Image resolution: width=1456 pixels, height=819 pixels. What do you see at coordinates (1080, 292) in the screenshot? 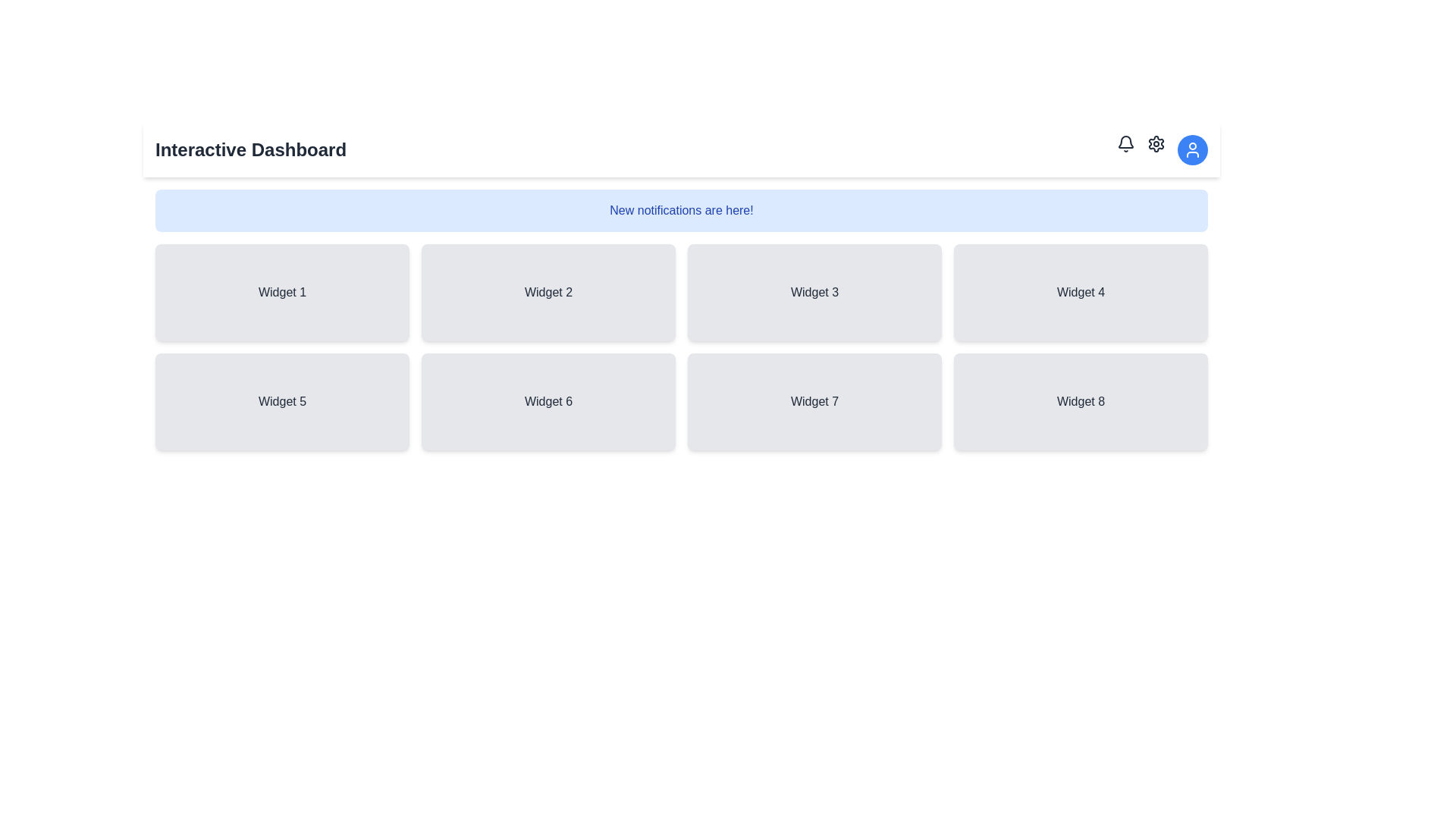
I see `the rectangular card labeled 'Widget 4', which has a light gray background, rounded corners, and centered black text. This card is the fourth item in a grid layout, positioned in the first row and fourth column` at bounding box center [1080, 292].